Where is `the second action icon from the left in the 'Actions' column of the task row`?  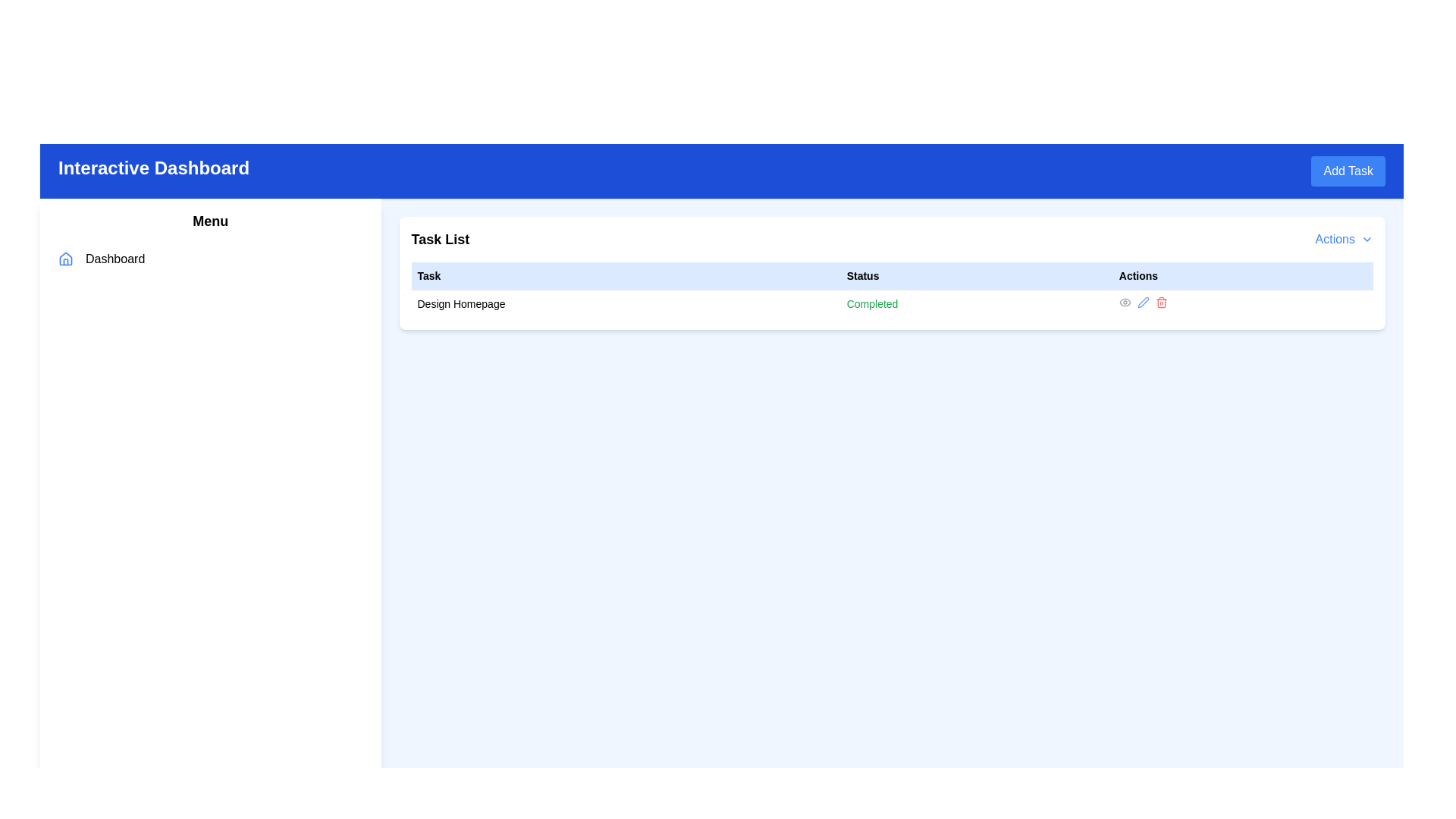
the second action icon from the left in the 'Actions' column of the task row is located at coordinates (1143, 302).